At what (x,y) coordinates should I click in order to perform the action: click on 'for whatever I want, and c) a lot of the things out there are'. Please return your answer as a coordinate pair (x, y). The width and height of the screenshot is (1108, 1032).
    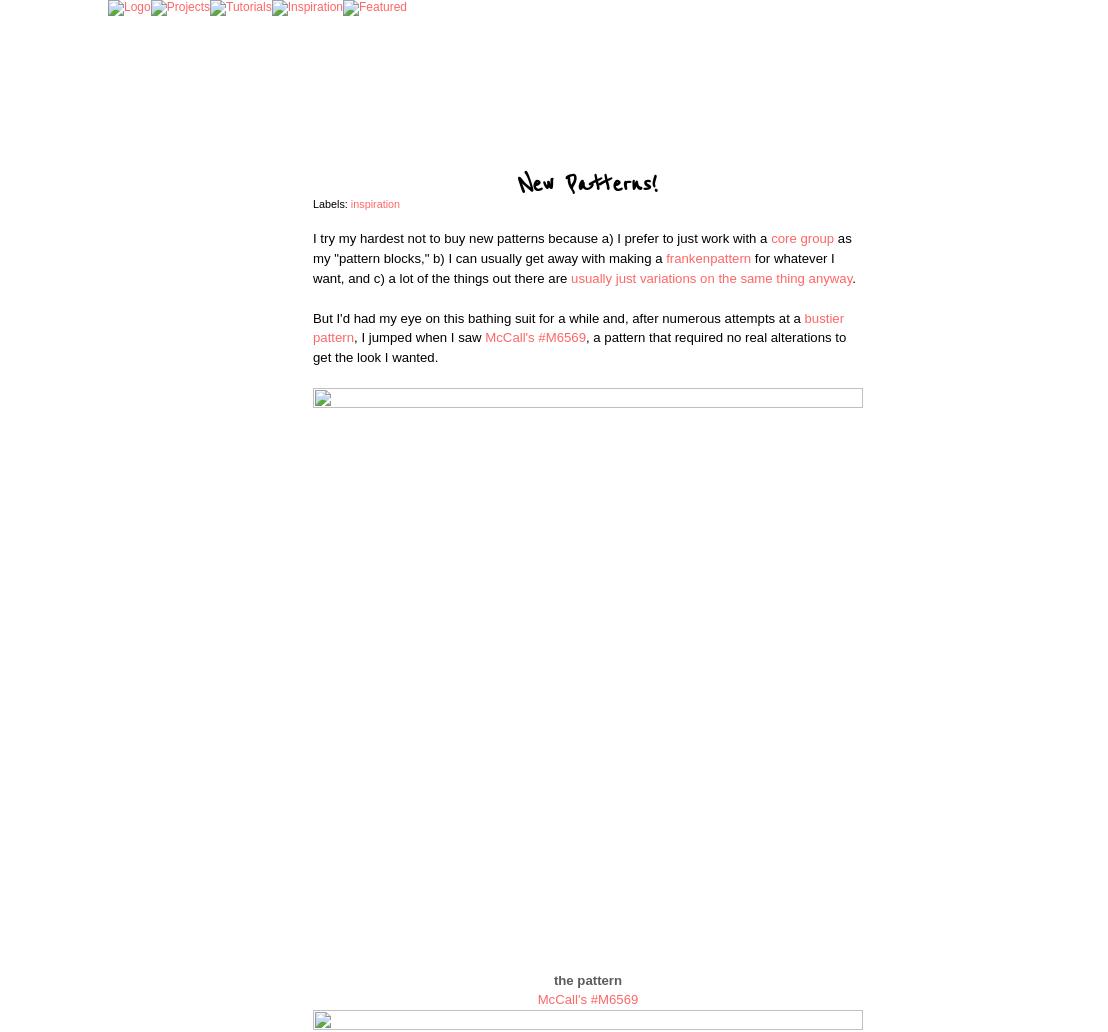
    Looking at the image, I should click on (313, 268).